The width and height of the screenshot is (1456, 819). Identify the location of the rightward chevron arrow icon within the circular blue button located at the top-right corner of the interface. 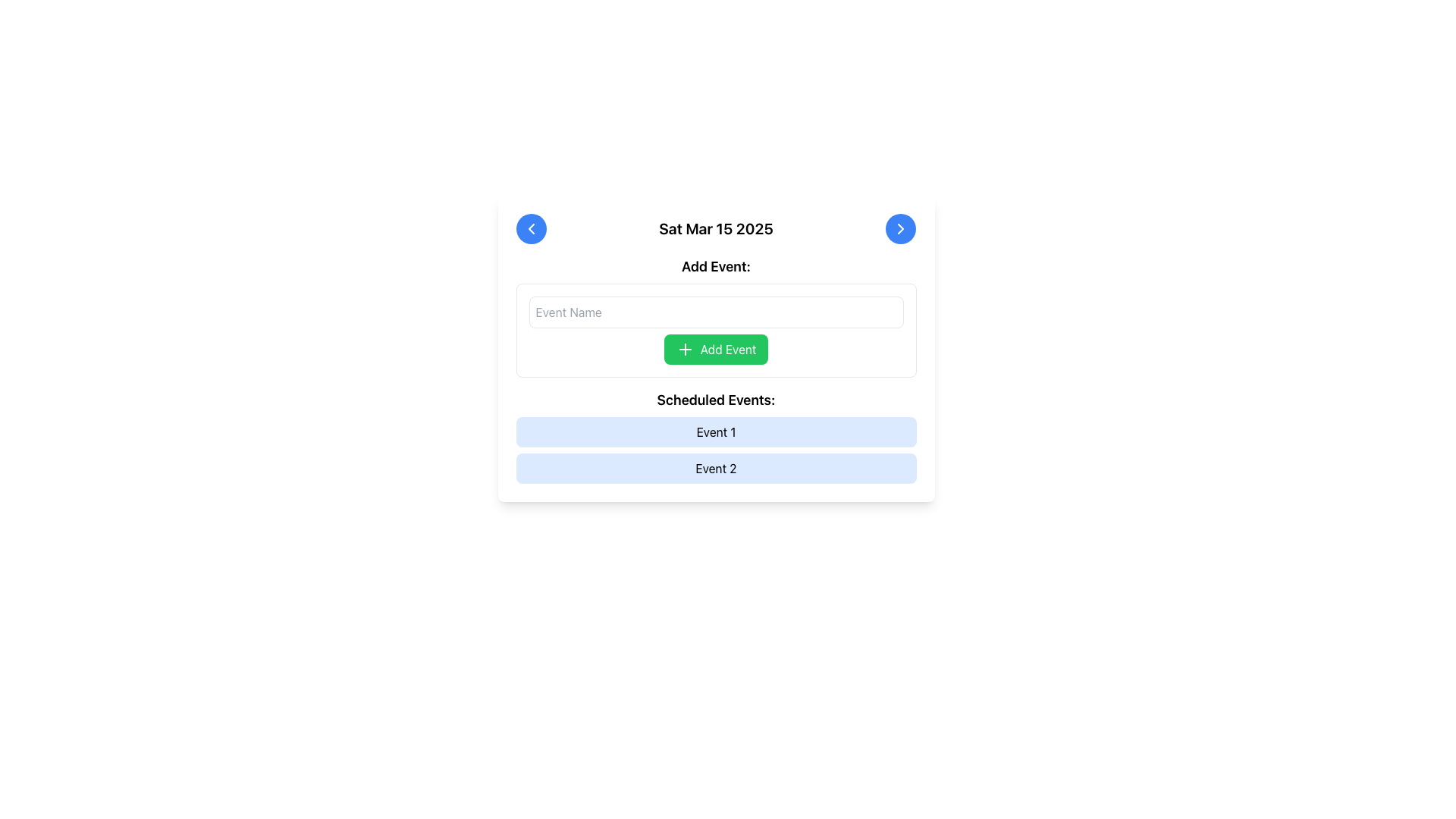
(901, 228).